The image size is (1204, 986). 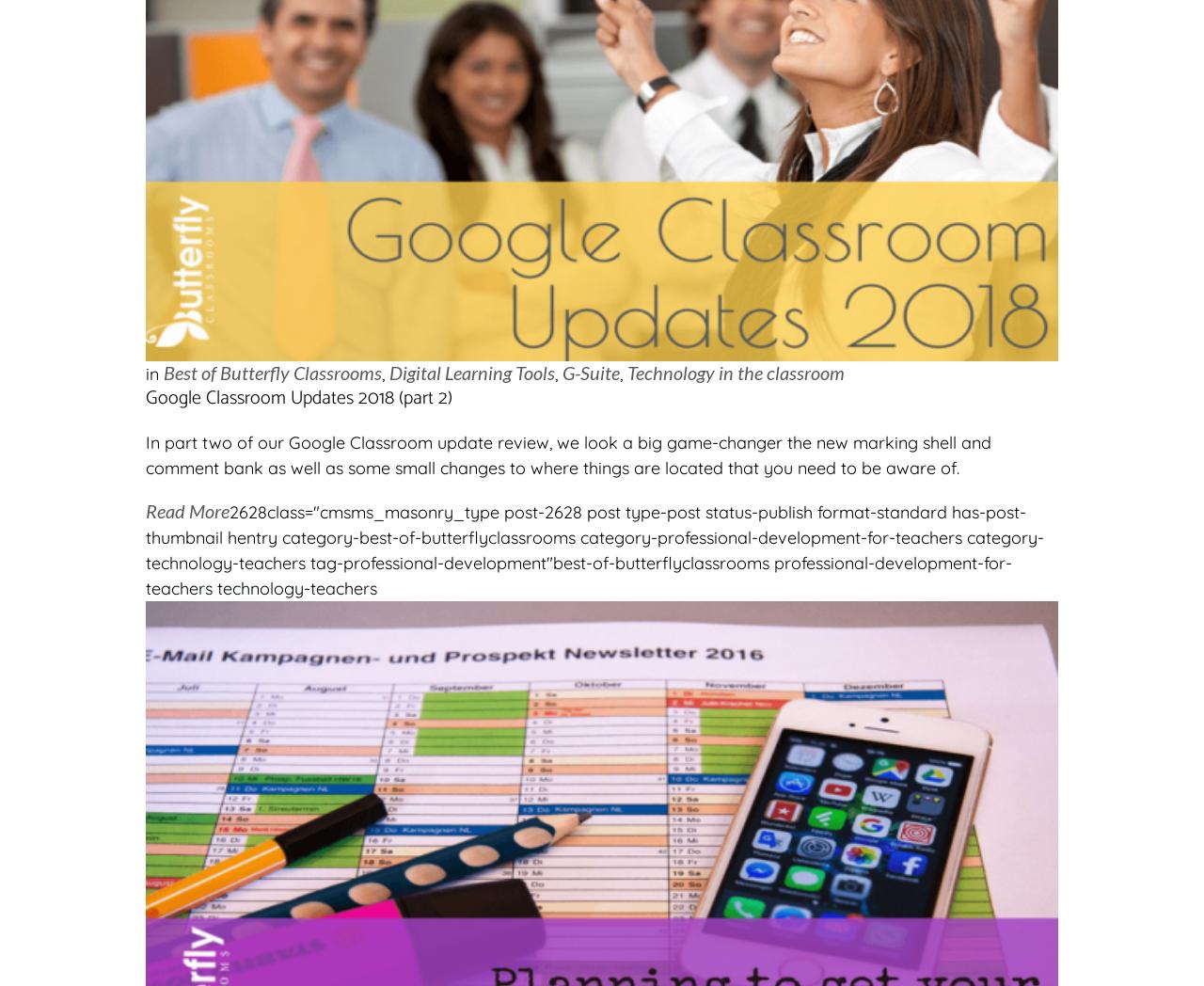 I want to click on 'Technology in the classroom', so click(x=735, y=371).